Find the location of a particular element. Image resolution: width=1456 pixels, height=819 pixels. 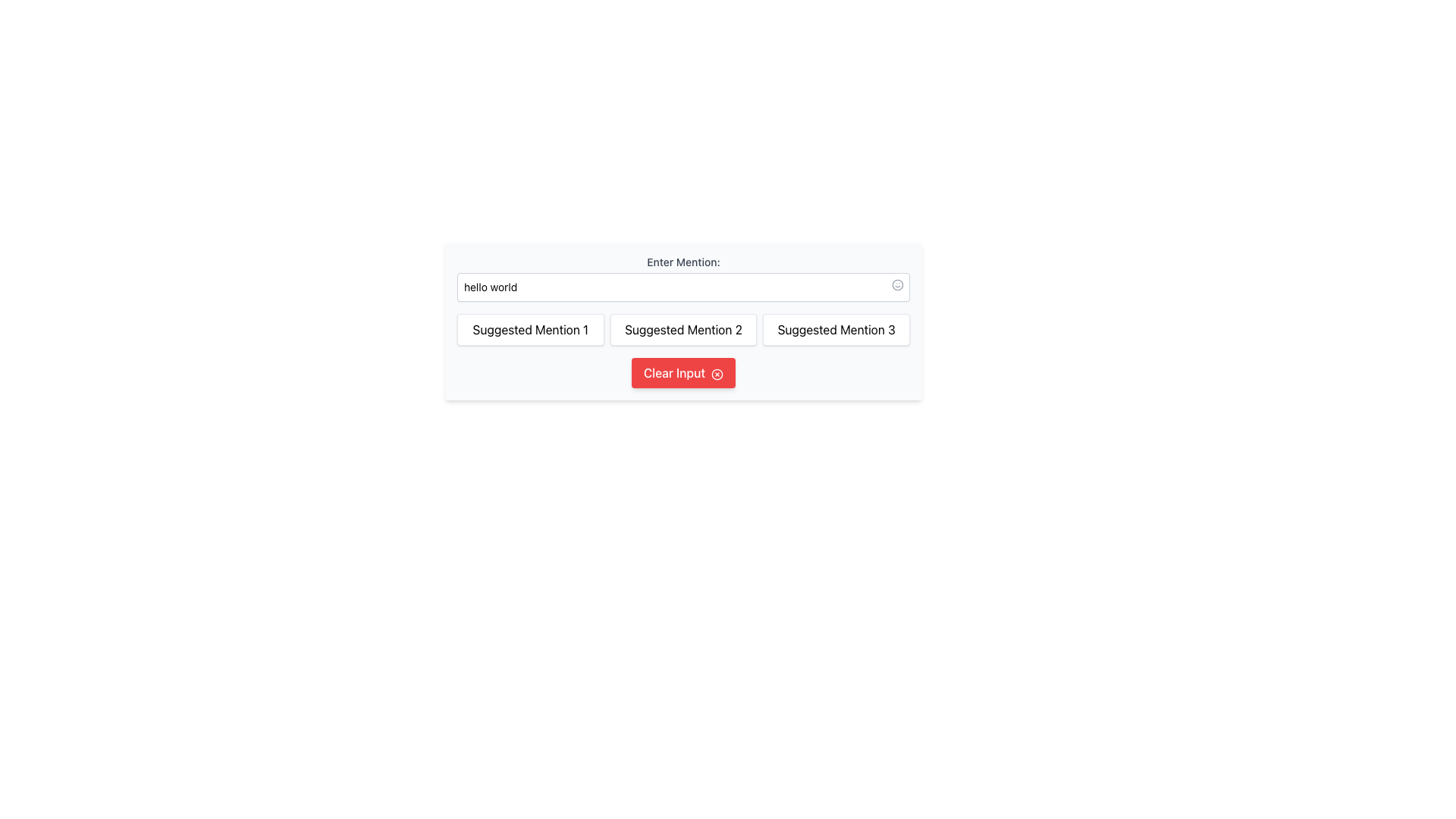

the first button labeled 'Suggested Mention 1' in the grid layout beneath the 'Enter Mention:' text input is located at coordinates (530, 329).